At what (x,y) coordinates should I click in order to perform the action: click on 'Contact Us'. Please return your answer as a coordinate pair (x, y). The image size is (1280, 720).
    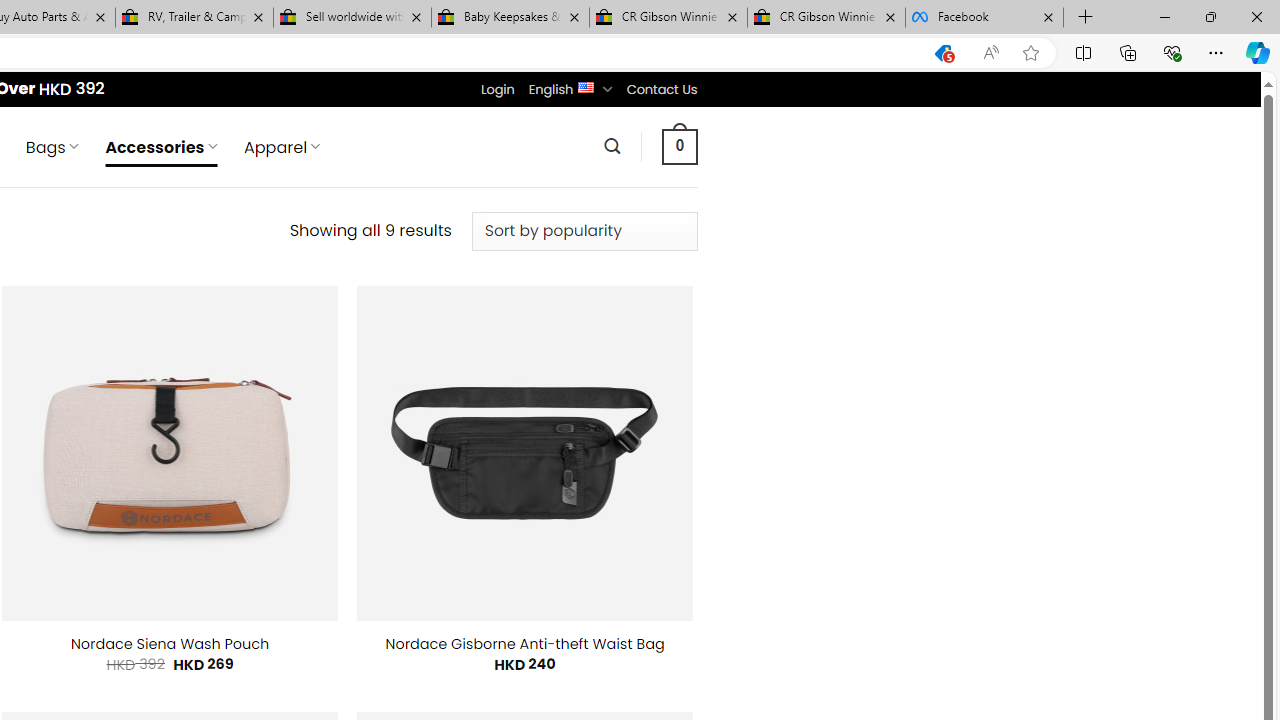
    Looking at the image, I should click on (661, 88).